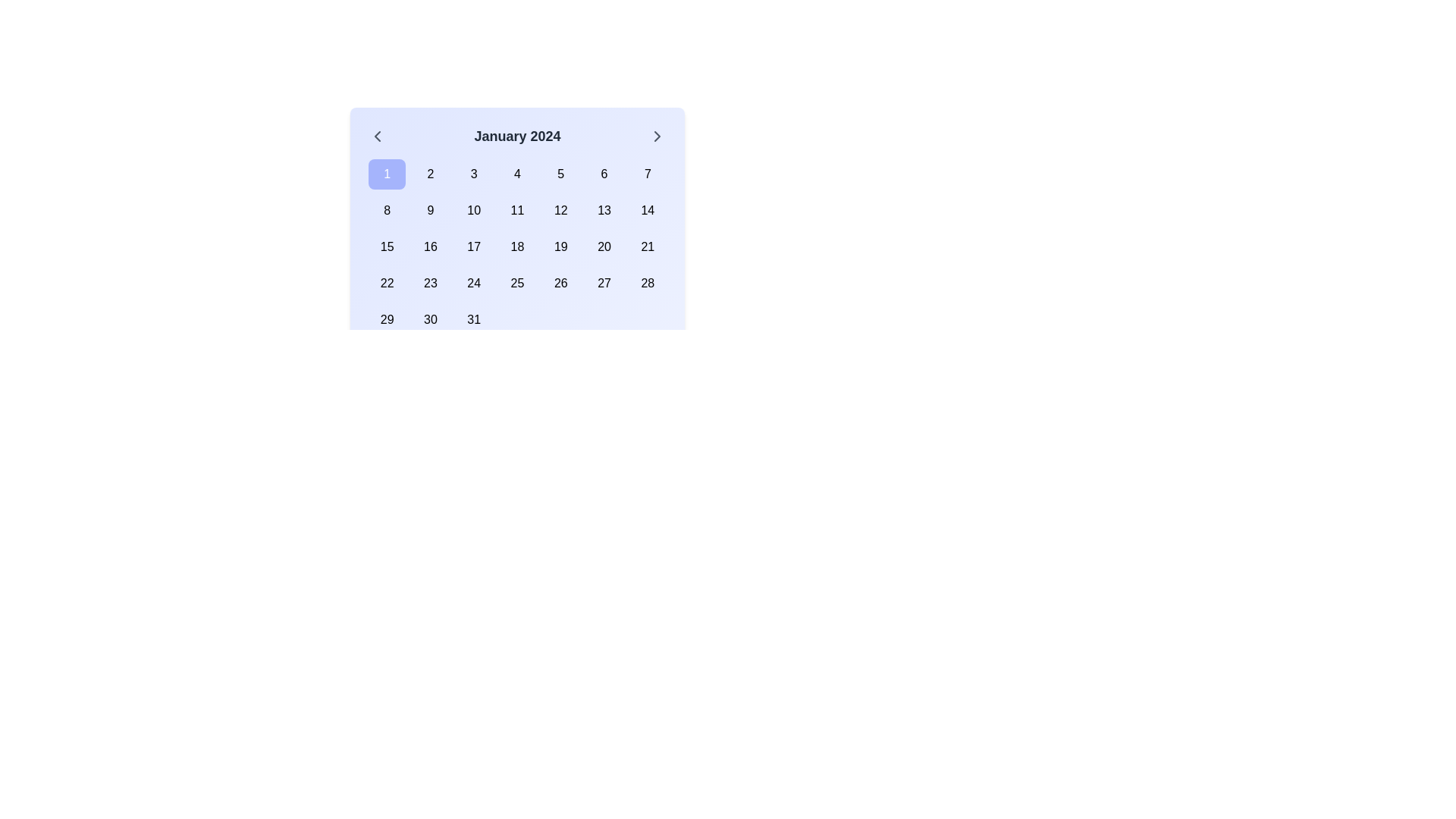 The height and width of the screenshot is (819, 1456). Describe the element at coordinates (648, 246) in the screenshot. I see `the button representing the selectable date in the last column of the third week of the calendar` at that location.